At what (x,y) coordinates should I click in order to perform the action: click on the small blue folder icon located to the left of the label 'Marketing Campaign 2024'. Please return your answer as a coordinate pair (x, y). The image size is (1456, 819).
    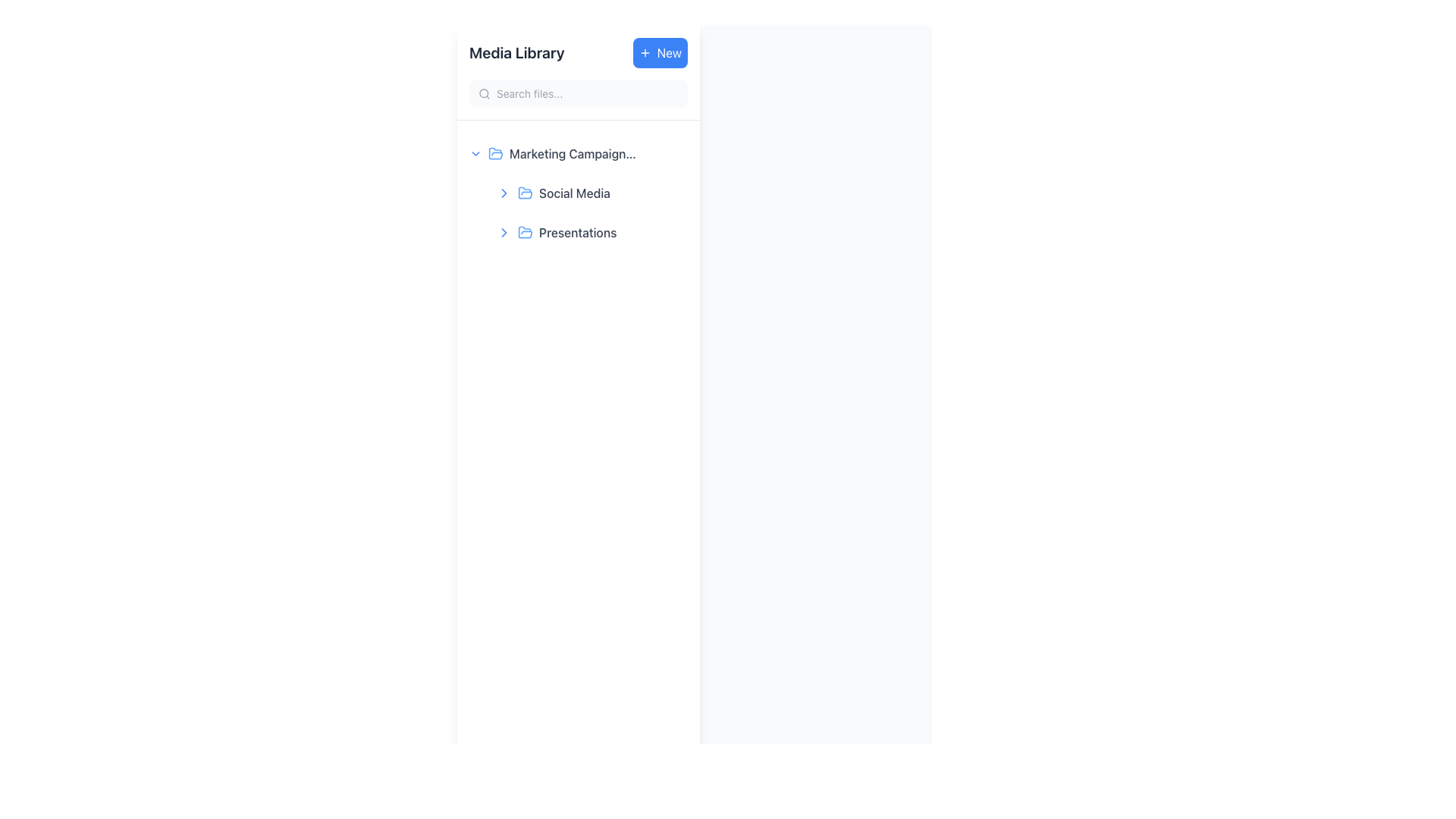
    Looking at the image, I should click on (495, 154).